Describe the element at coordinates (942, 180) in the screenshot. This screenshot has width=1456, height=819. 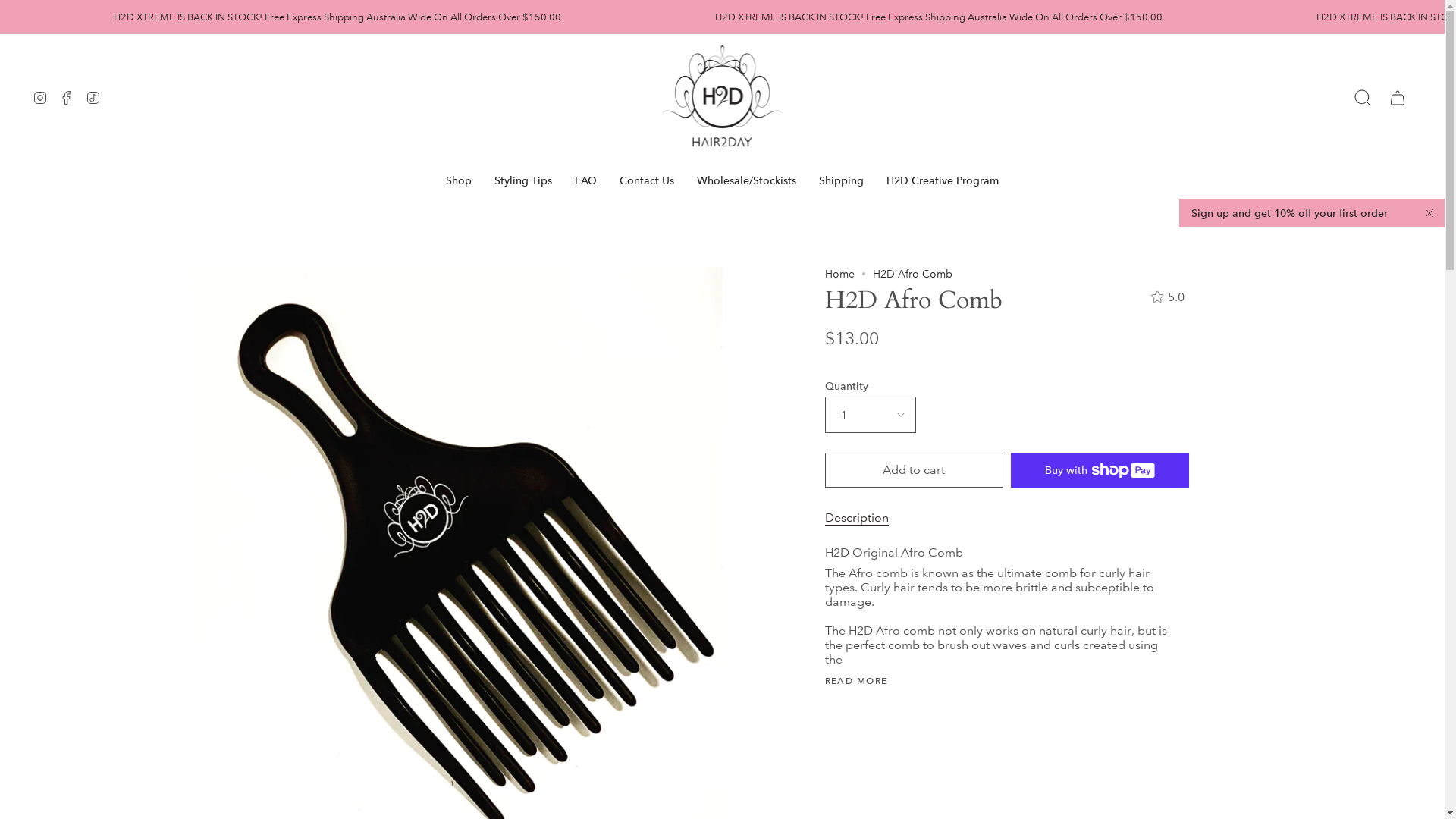
I see `'H2D Creative Program'` at that location.